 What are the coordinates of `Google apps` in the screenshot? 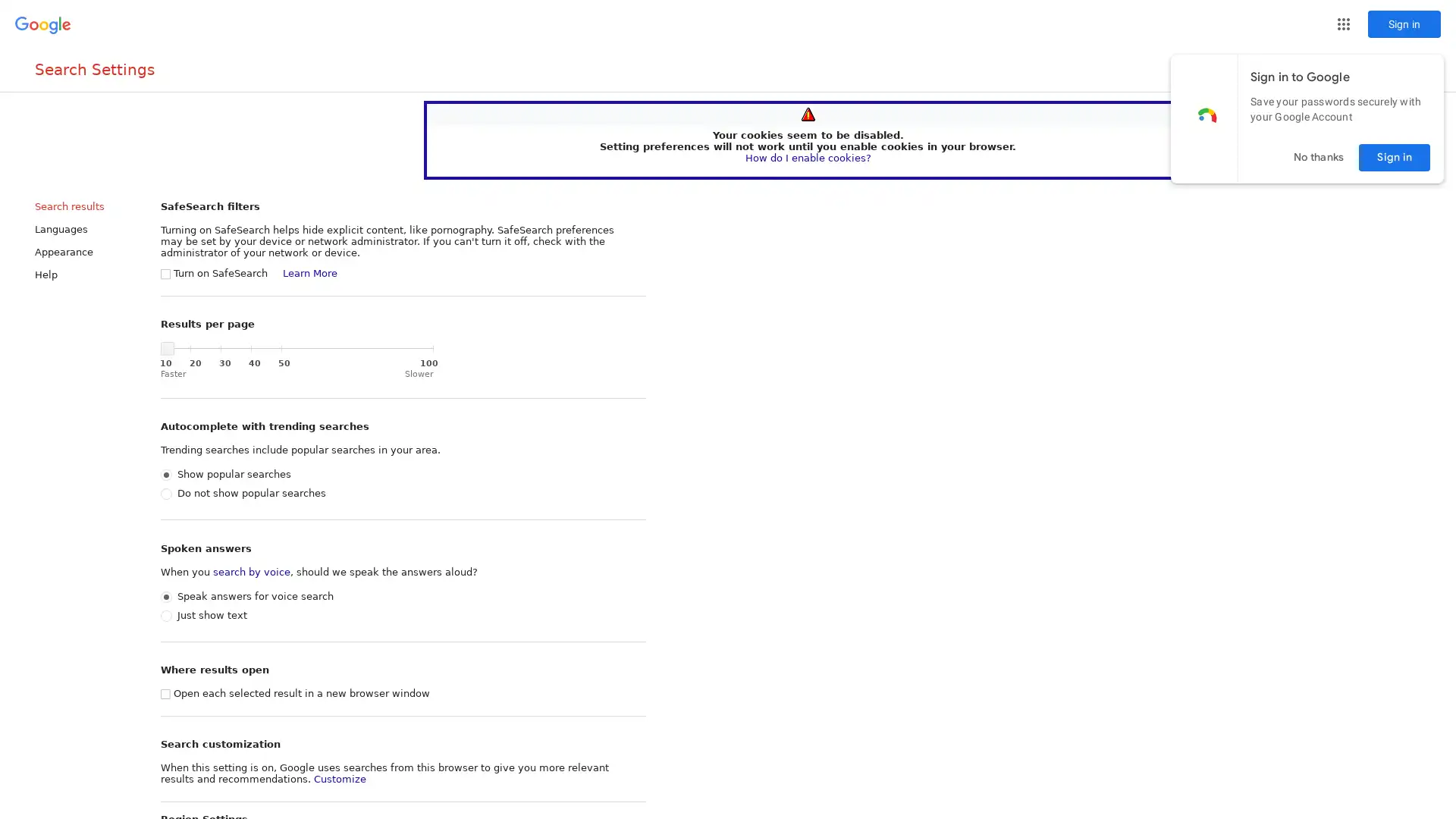 It's located at (1343, 24).